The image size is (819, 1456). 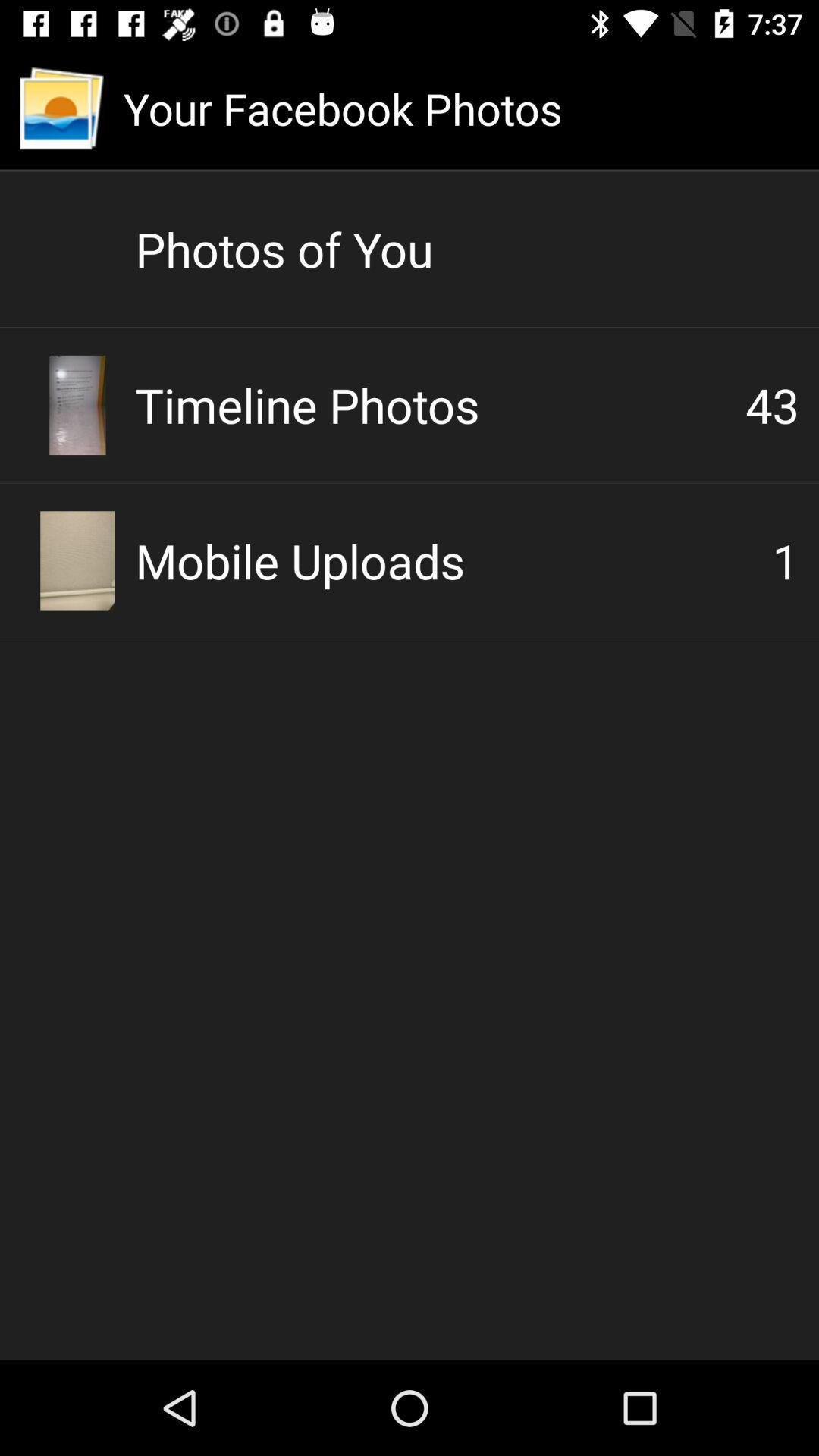 I want to click on the mobile uploads, so click(x=453, y=560).